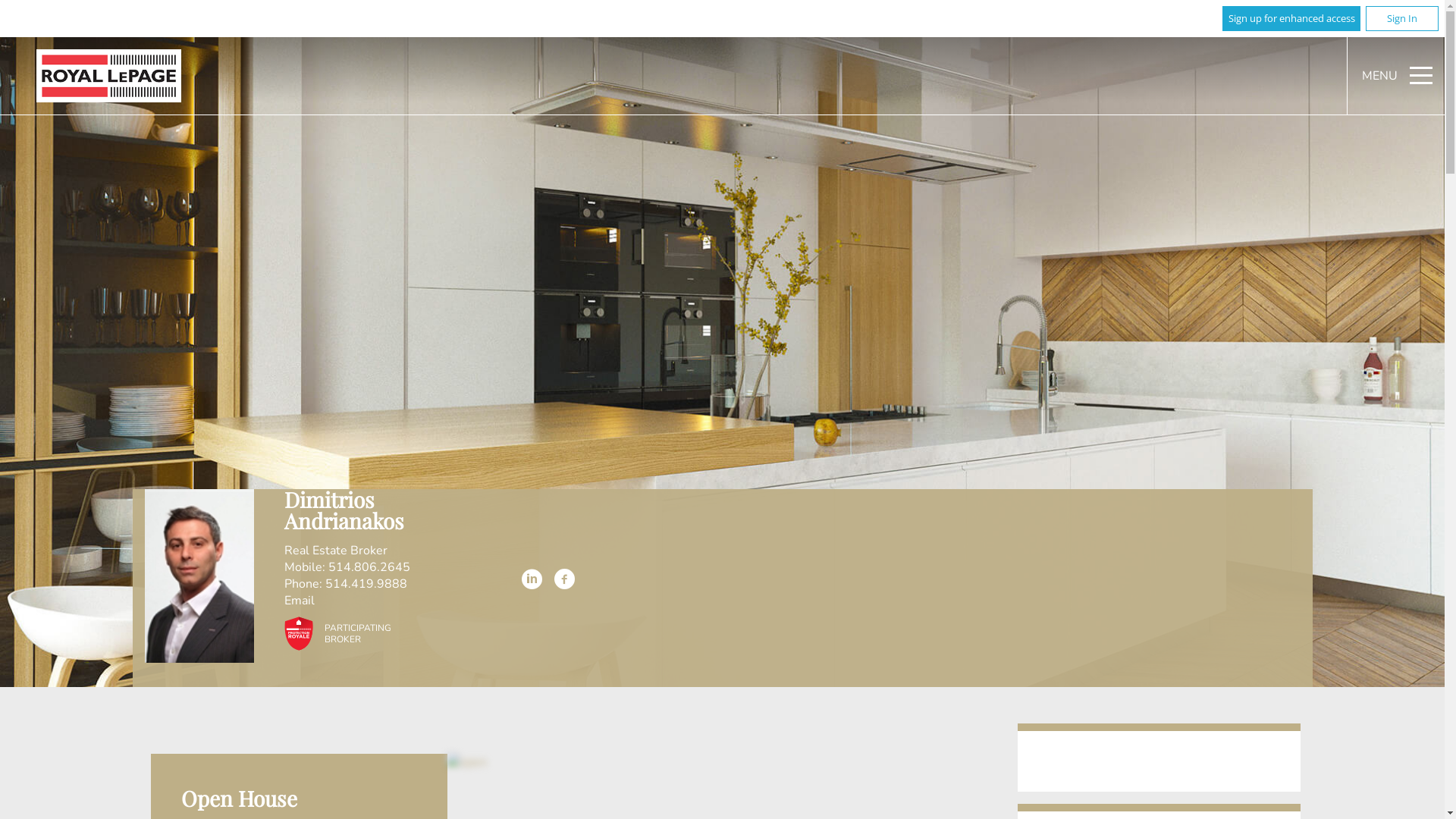 The image size is (1456, 819). I want to click on '514.806.2645', so click(369, 567).